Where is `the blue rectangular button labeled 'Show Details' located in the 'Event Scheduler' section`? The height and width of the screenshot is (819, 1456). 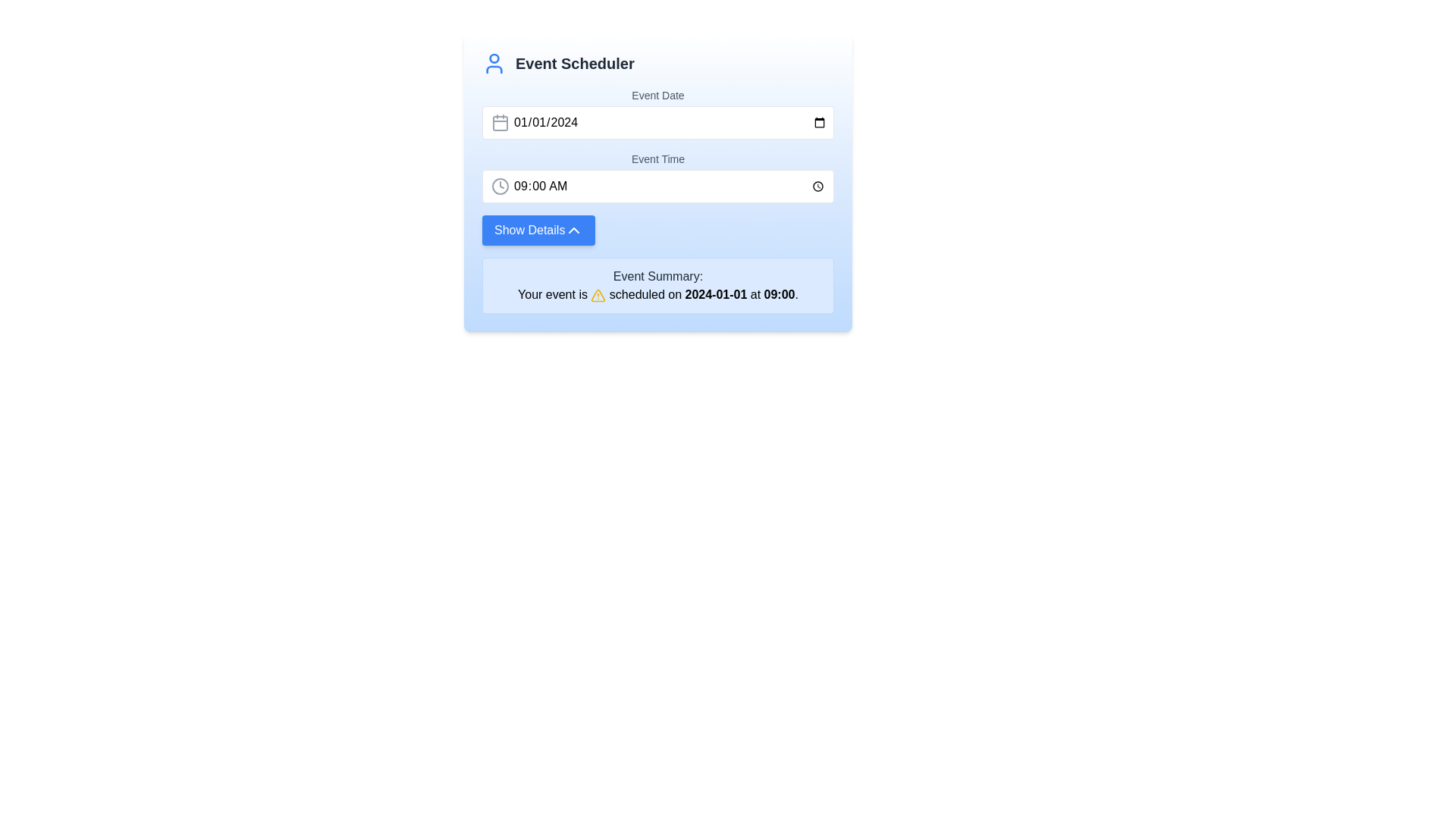 the blue rectangular button labeled 'Show Details' located in the 'Event Scheduler' section is located at coordinates (538, 231).